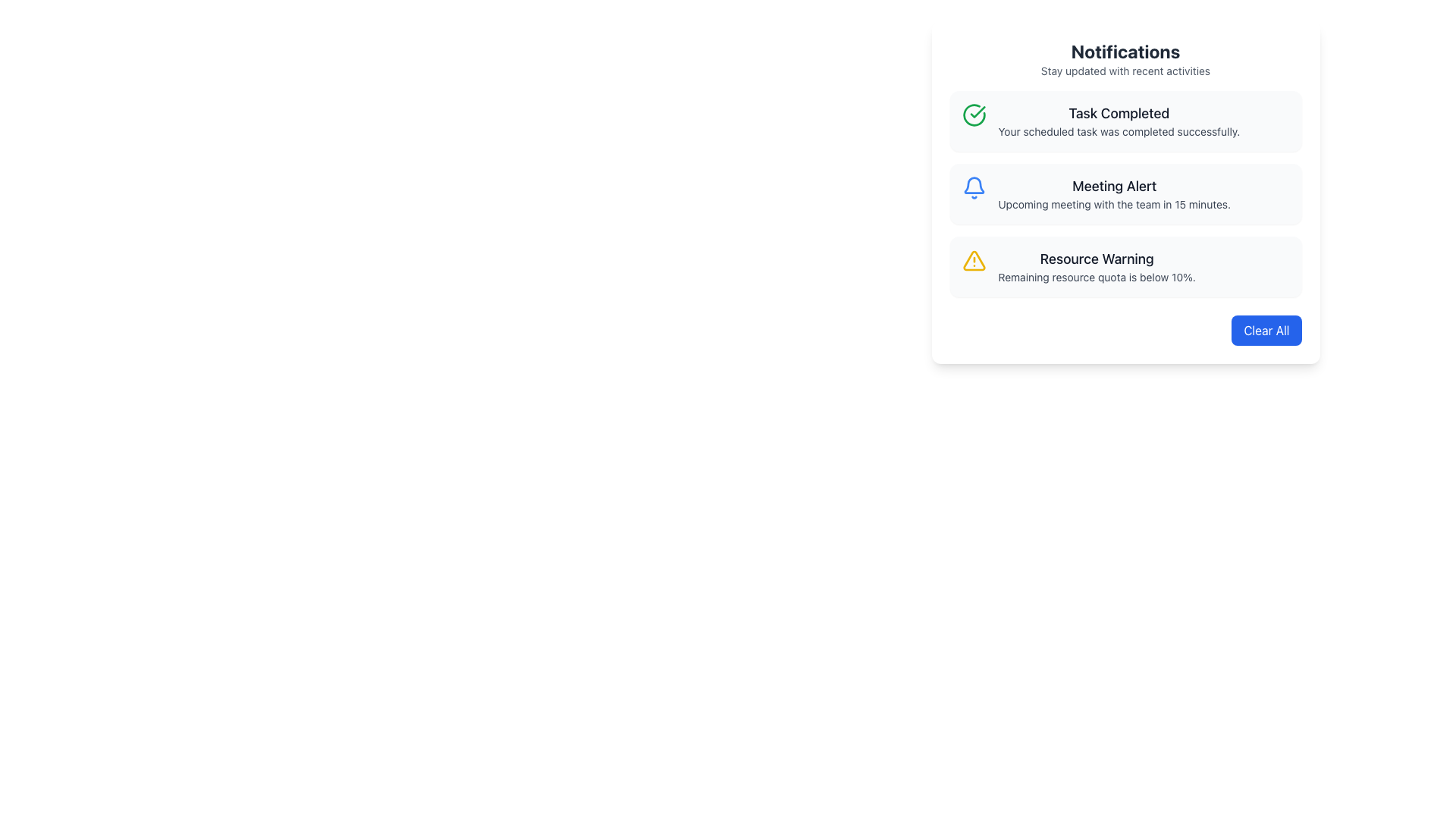 The height and width of the screenshot is (819, 1456). Describe the element at coordinates (1097, 278) in the screenshot. I see `text from the notification block labeled 'Resource Warning', specifically the line that reads 'Remaining resource quota is below 10%'` at that location.